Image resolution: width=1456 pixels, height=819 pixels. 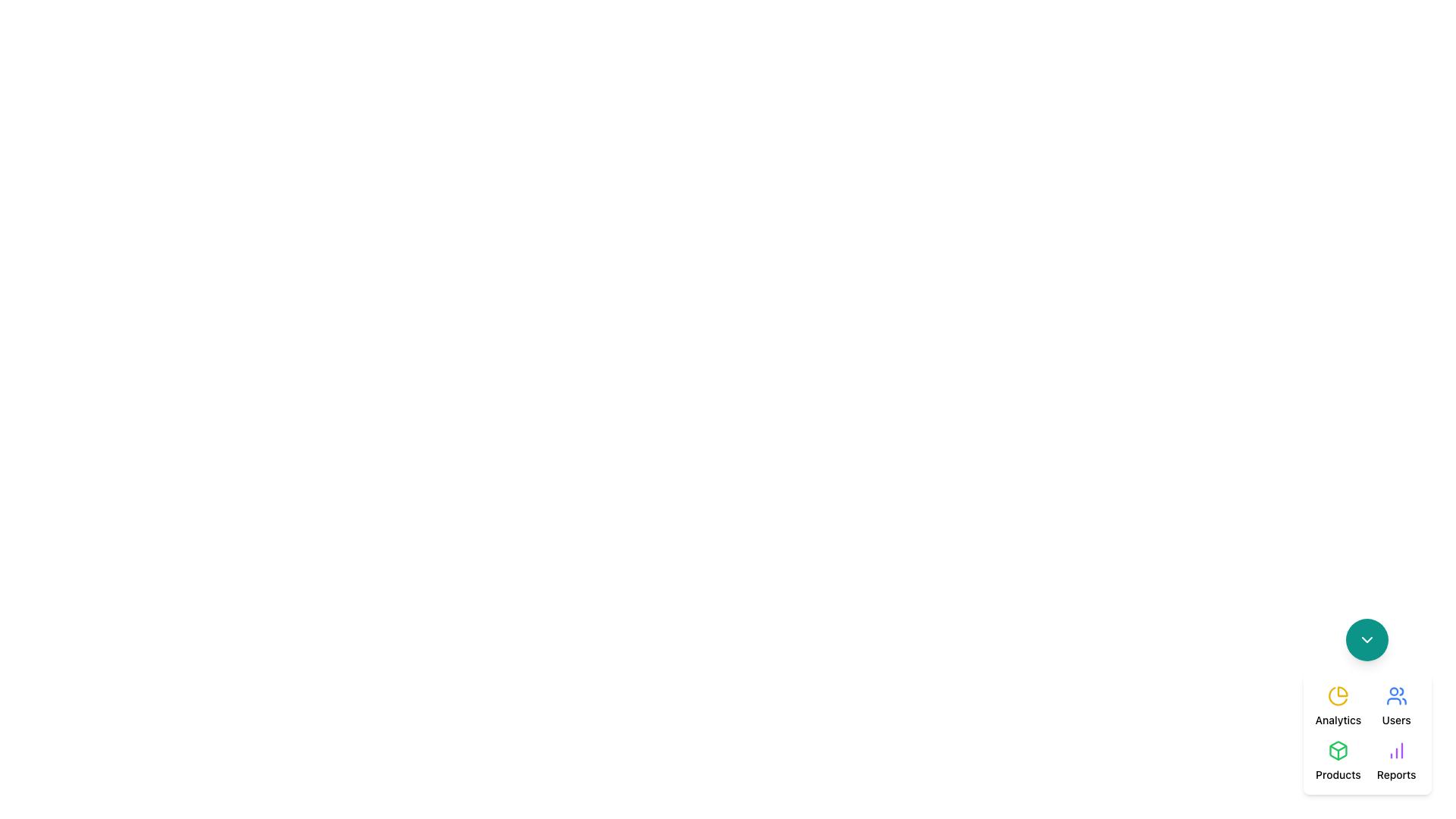 I want to click on the button located at the bottom-right corner of the application interface, so click(x=1367, y=640).